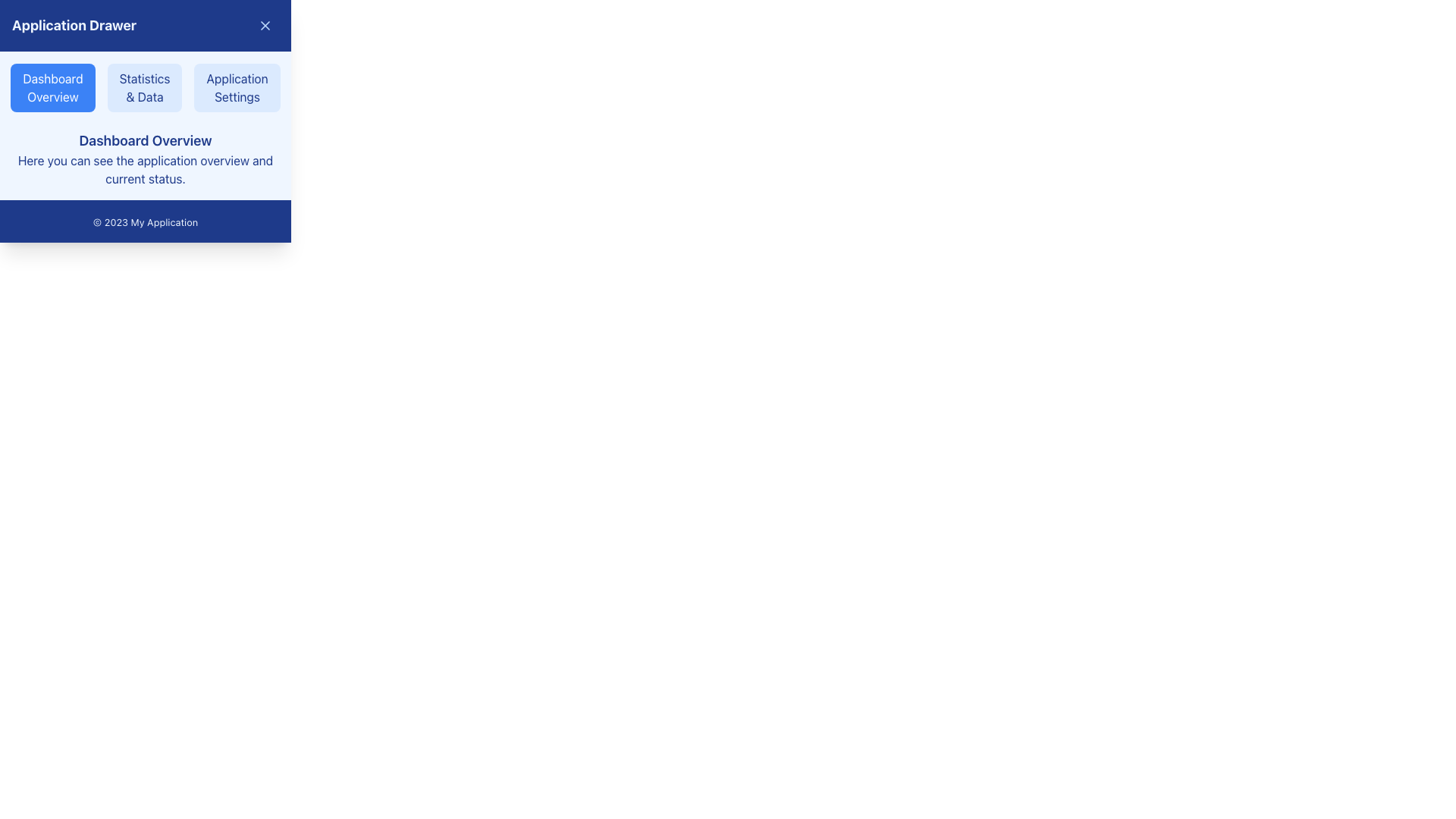  What do you see at coordinates (146, 169) in the screenshot?
I see `the informational label displaying 'Here you can see the application overview and current status.' located beneath the 'Dashboard Overview' heading` at bounding box center [146, 169].